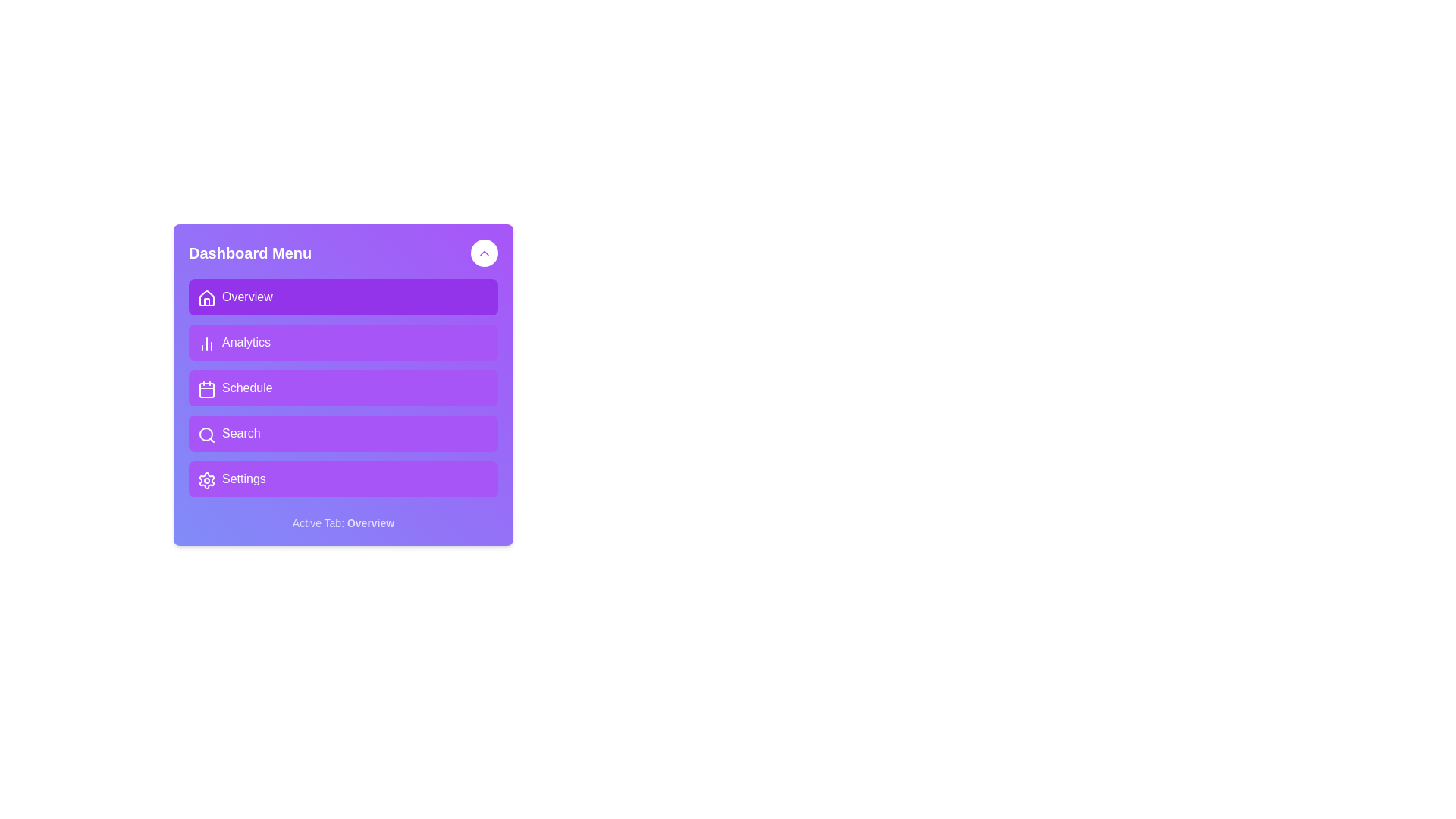 This screenshot has width=1456, height=819. What do you see at coordinates (247, 297) in the screenshot?
I see `the 'Overview' text label in the sidebar menu, which is located near the top of the vertical list and signifies the current active tab` at bounding box center [247, 297].